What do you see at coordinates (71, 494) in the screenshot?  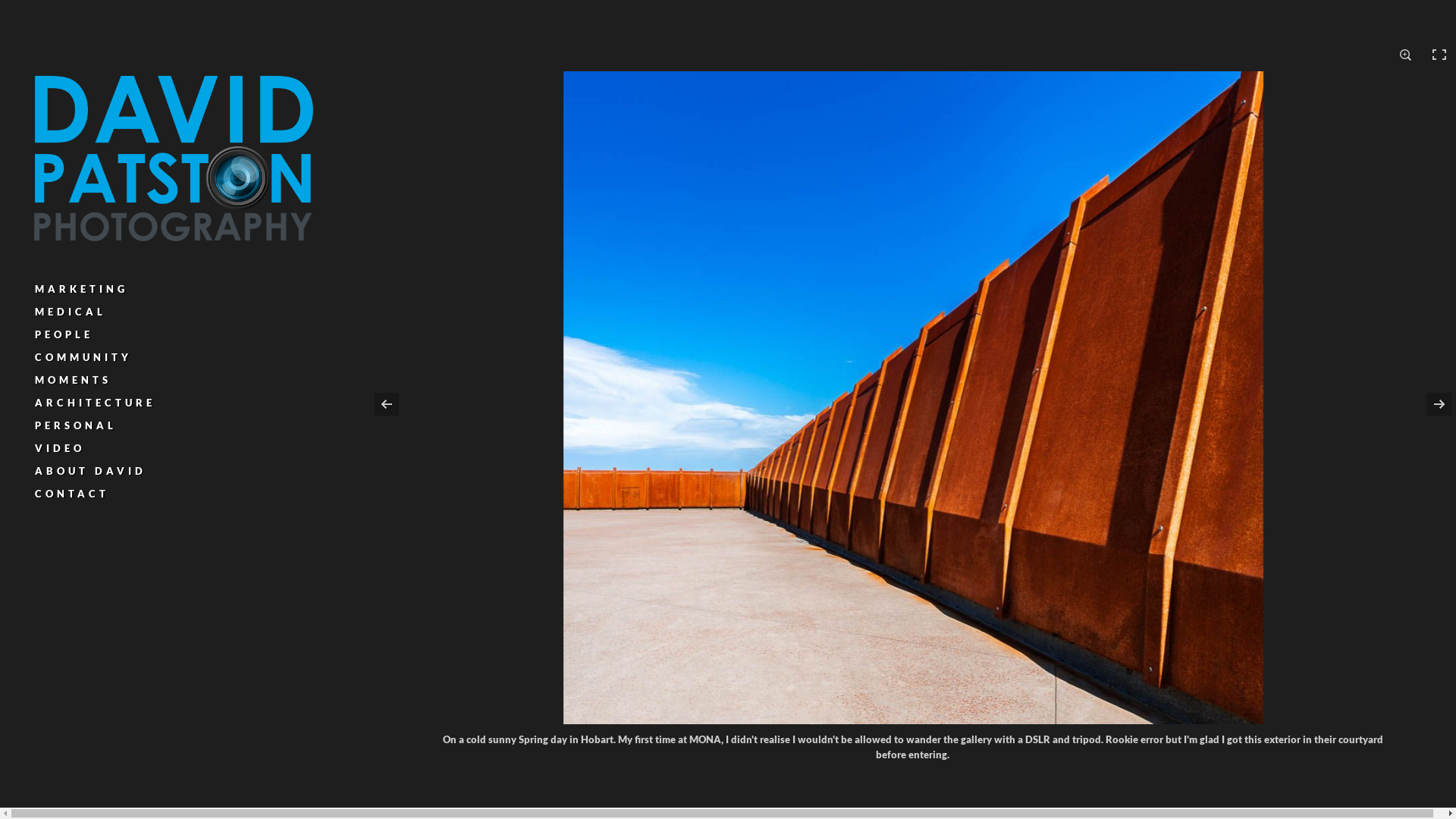 I see `'CONTACT'` at bounding box center [71, 494].